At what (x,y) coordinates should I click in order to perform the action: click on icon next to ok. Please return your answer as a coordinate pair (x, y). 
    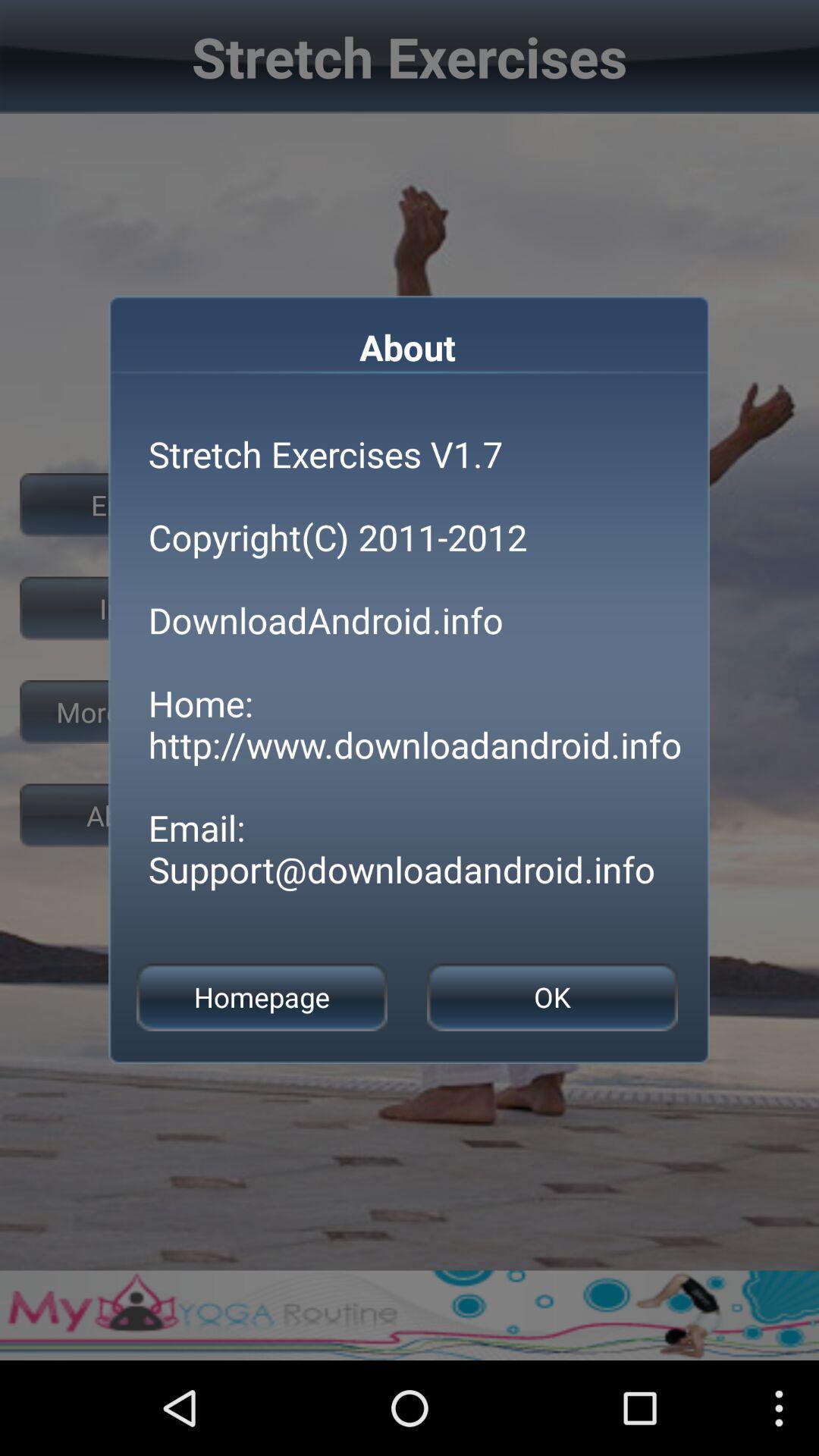
    Looking at the image, I should click on (261, 997).